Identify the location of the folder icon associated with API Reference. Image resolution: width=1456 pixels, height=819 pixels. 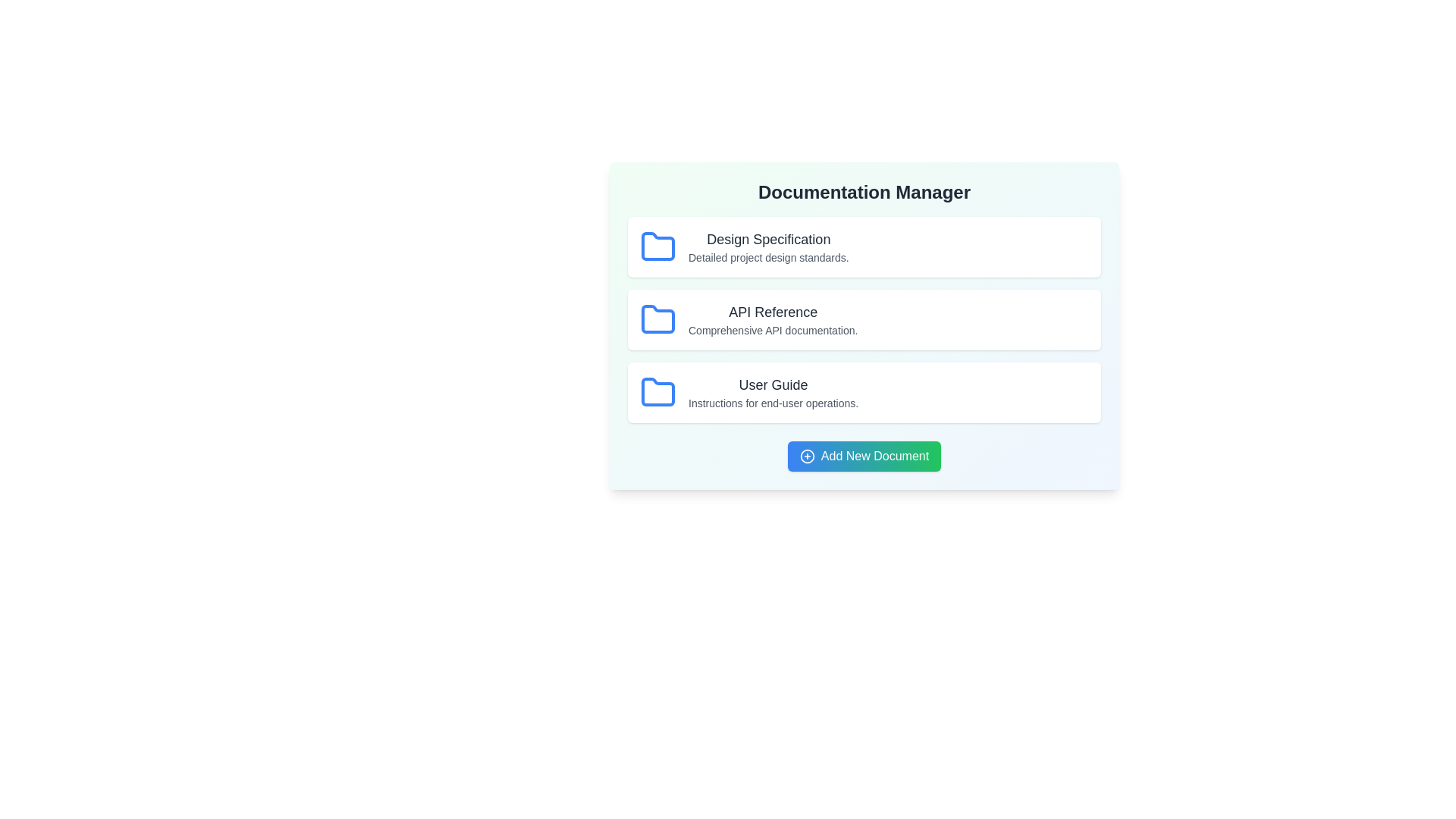
(658, 318).